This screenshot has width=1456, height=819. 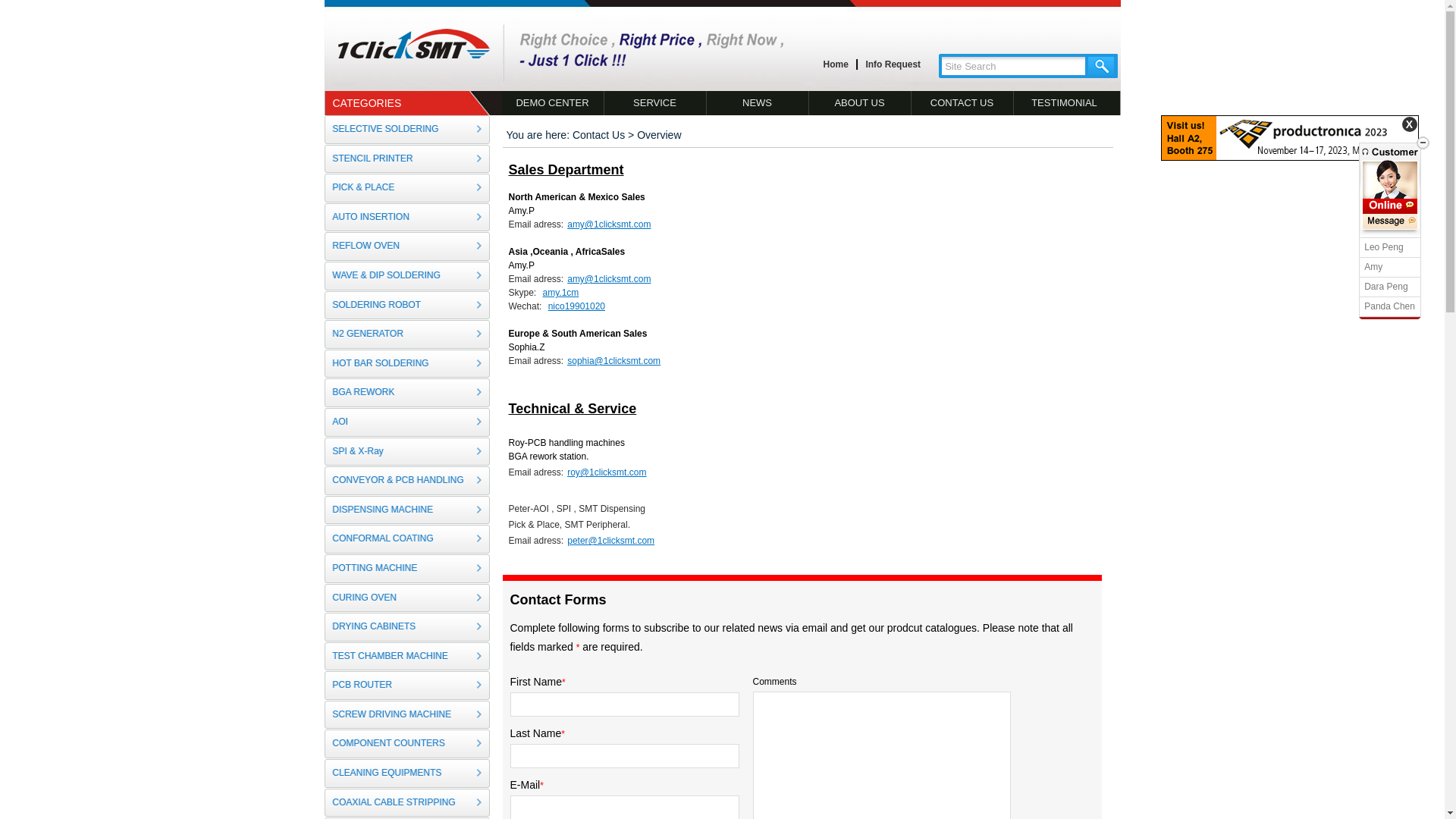 What do you see at coordinates (608, 540) in the screenshot?
I see `'peter@1clicksmt.com'` at bounding box center [608, 540].